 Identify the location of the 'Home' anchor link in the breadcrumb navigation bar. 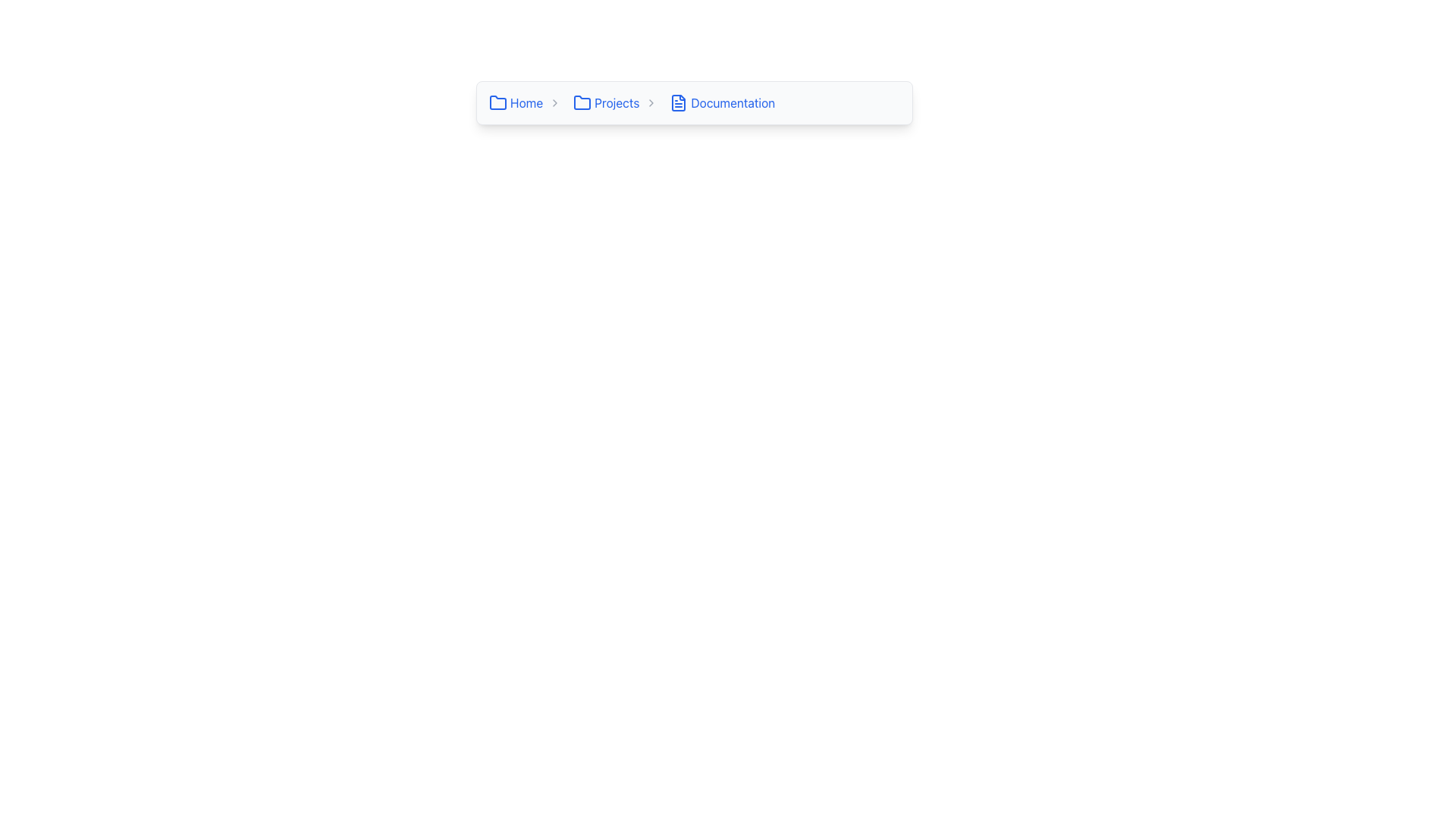
(516, 102).